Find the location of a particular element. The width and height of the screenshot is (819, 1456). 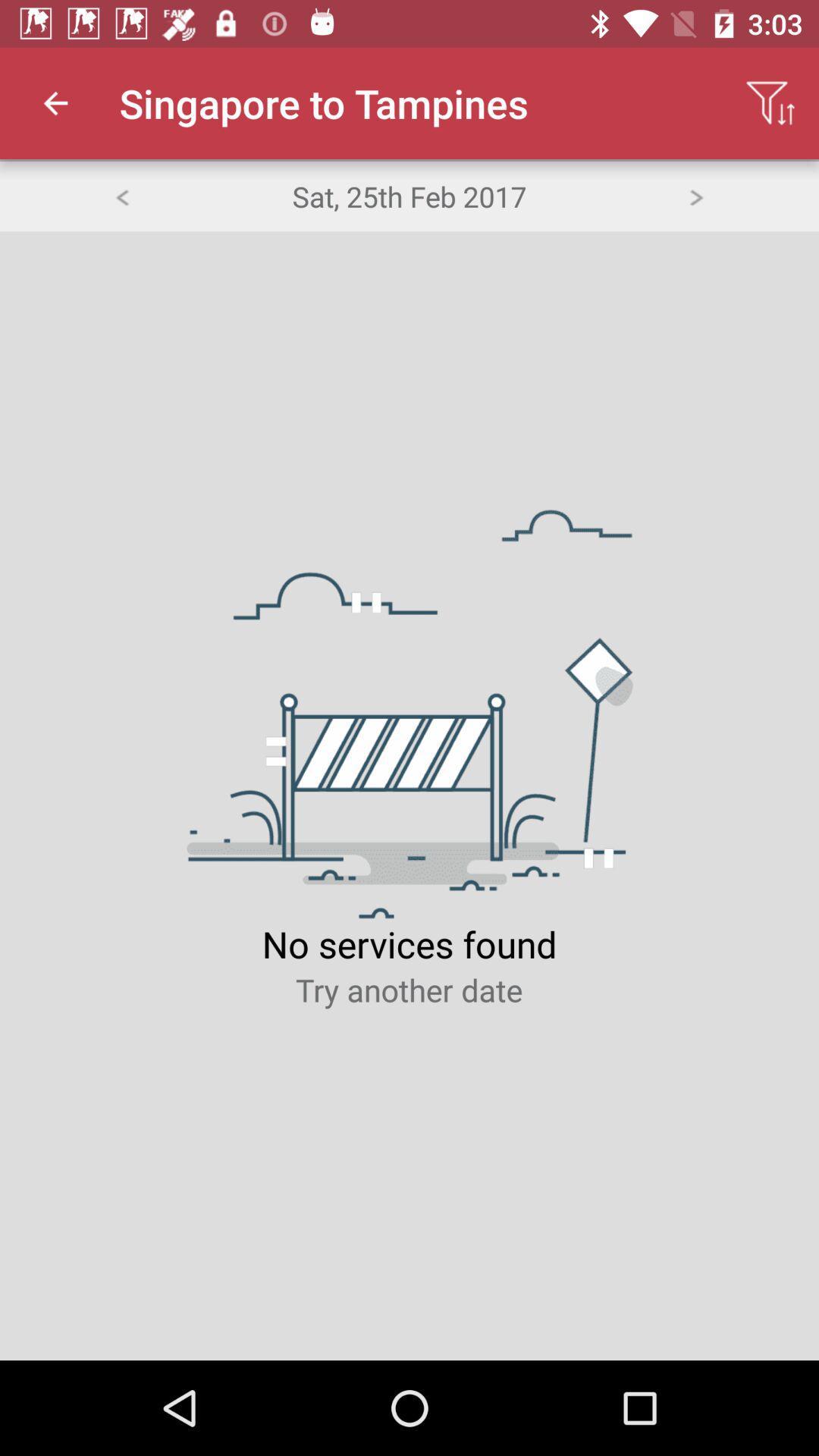

the arrow_backward icon is located at coordinates (121, 195).